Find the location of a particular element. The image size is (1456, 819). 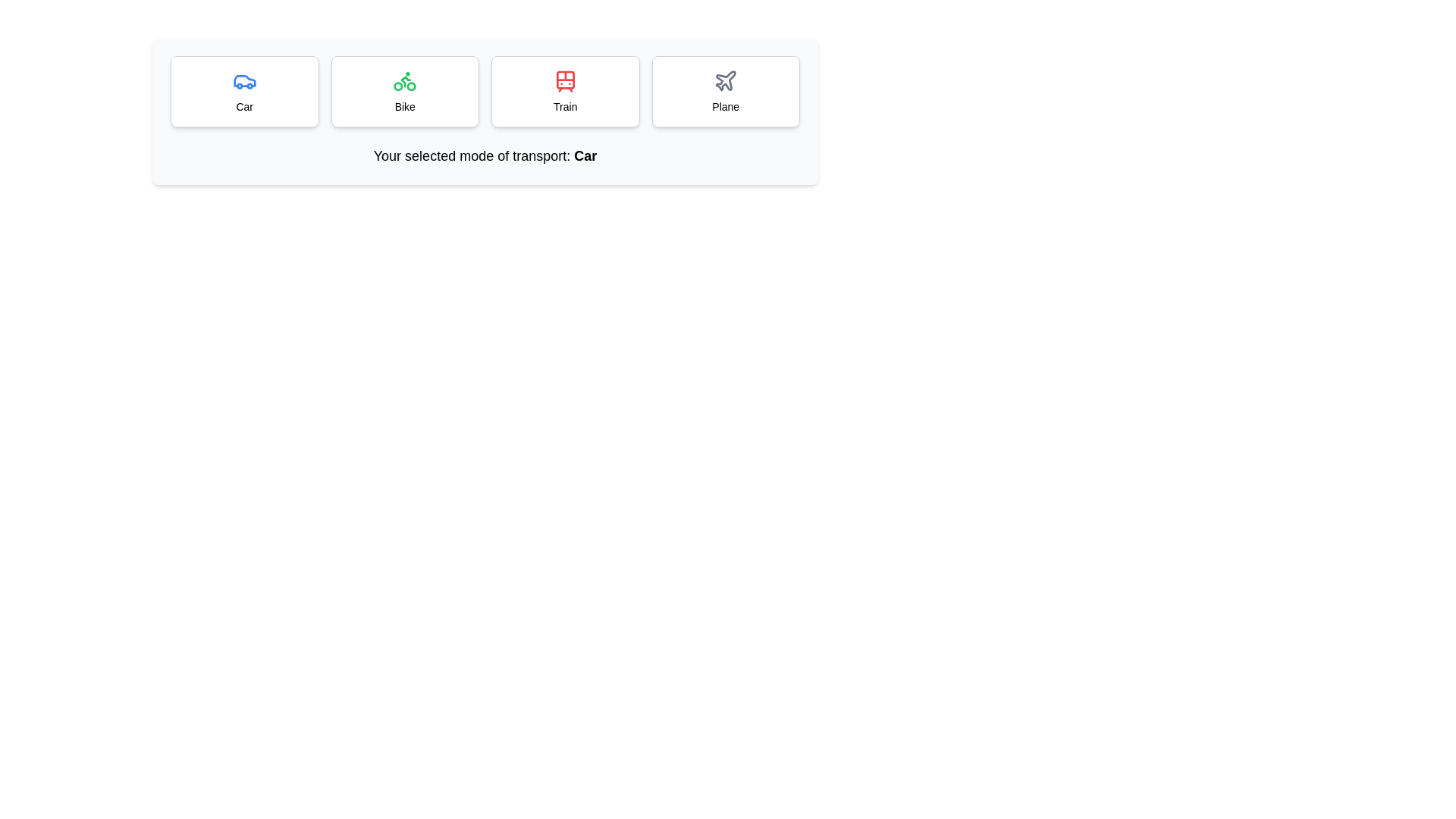

the 'Train' button, which contains the tram icon and is located in the third card from the left in a horizontal layout of four cards is located at coordinates (564, 81).